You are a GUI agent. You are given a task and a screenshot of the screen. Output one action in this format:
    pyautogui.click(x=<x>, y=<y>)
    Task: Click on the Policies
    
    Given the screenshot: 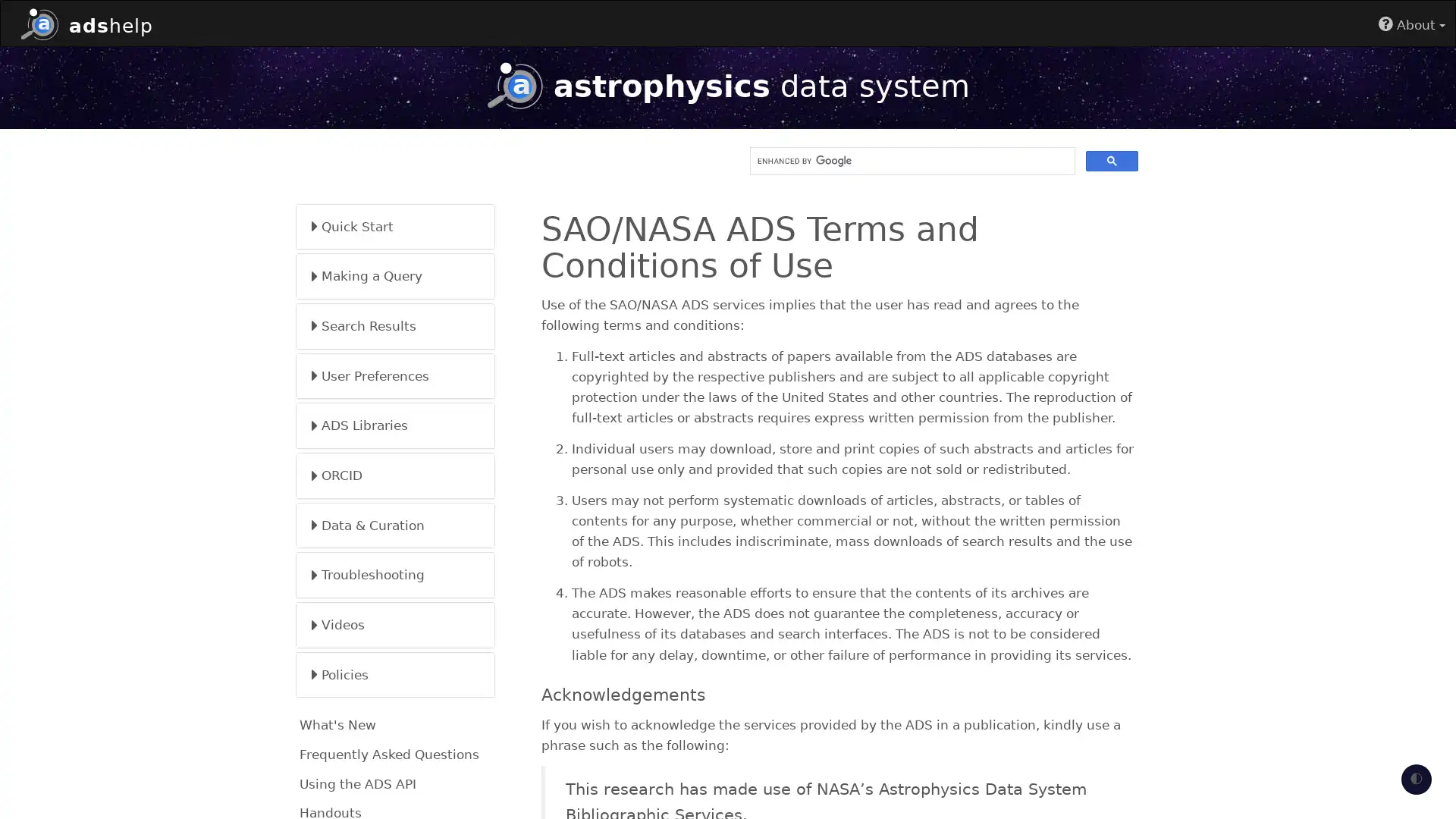 What is the action you would take?
    pyautogui.click(x=395, y=673)
    